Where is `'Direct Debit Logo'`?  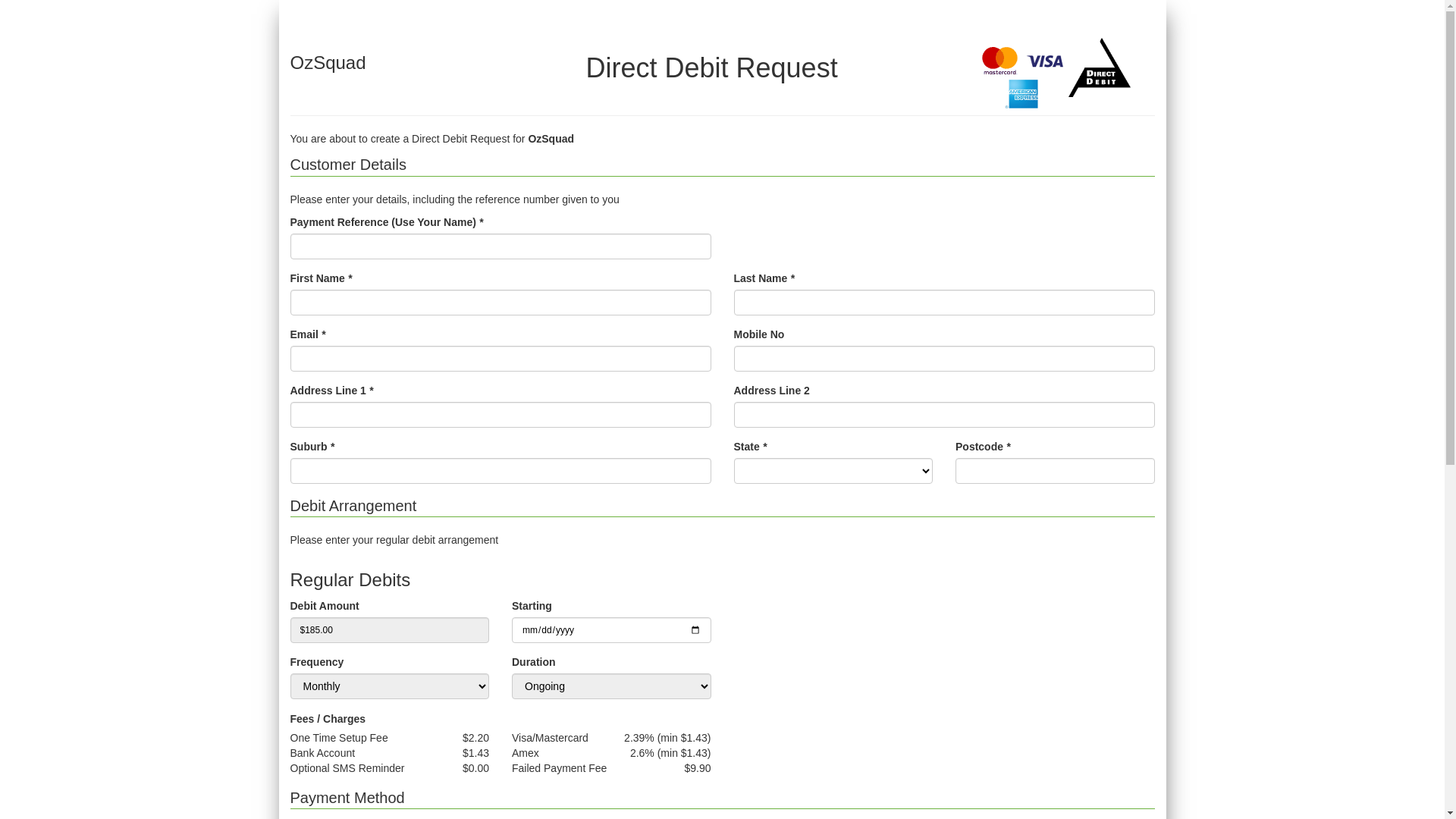 'Direct Debit Logo' is located at coordinates (1100, 66).